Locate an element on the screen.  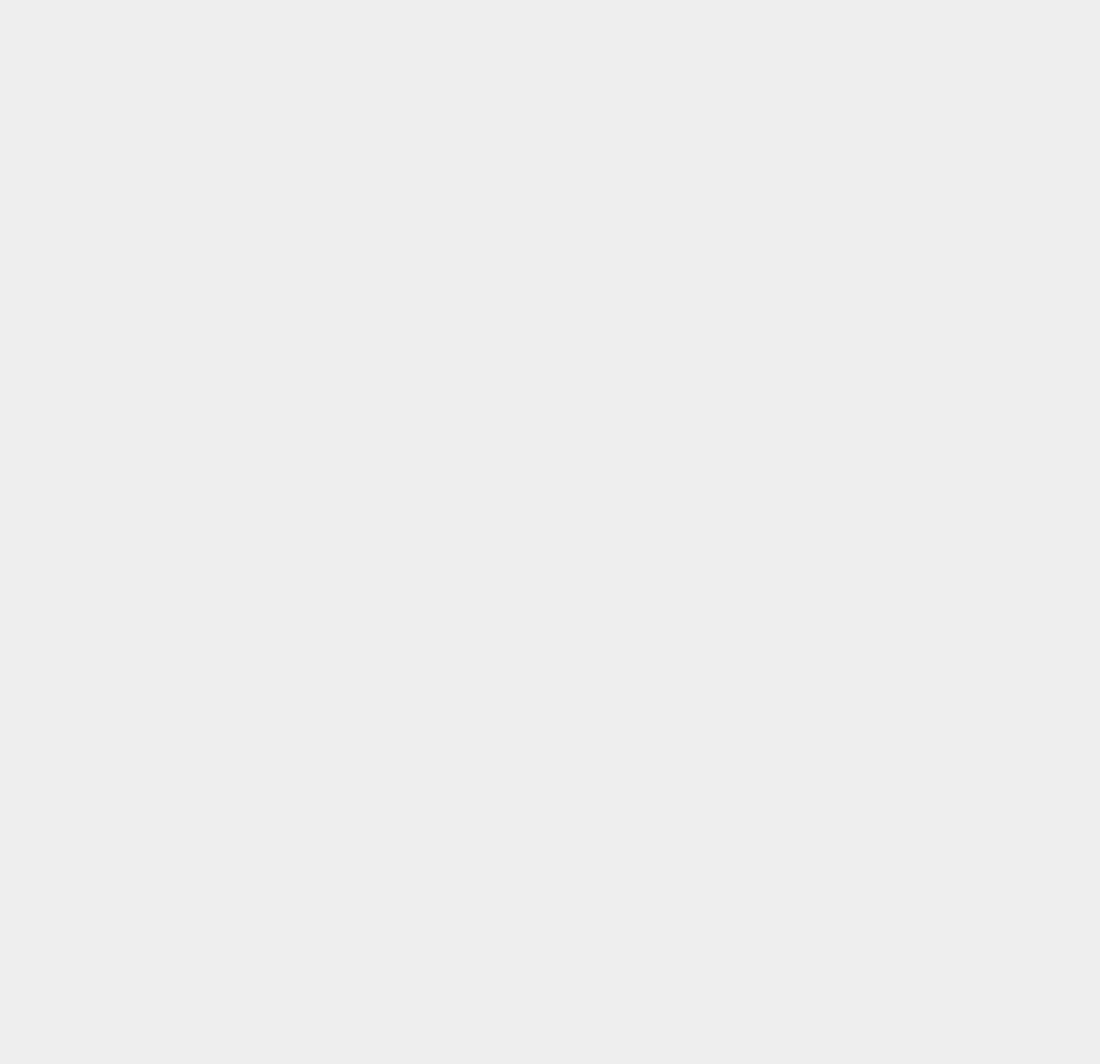
'Wordpress Themes' is located at coordinates (836, 759).